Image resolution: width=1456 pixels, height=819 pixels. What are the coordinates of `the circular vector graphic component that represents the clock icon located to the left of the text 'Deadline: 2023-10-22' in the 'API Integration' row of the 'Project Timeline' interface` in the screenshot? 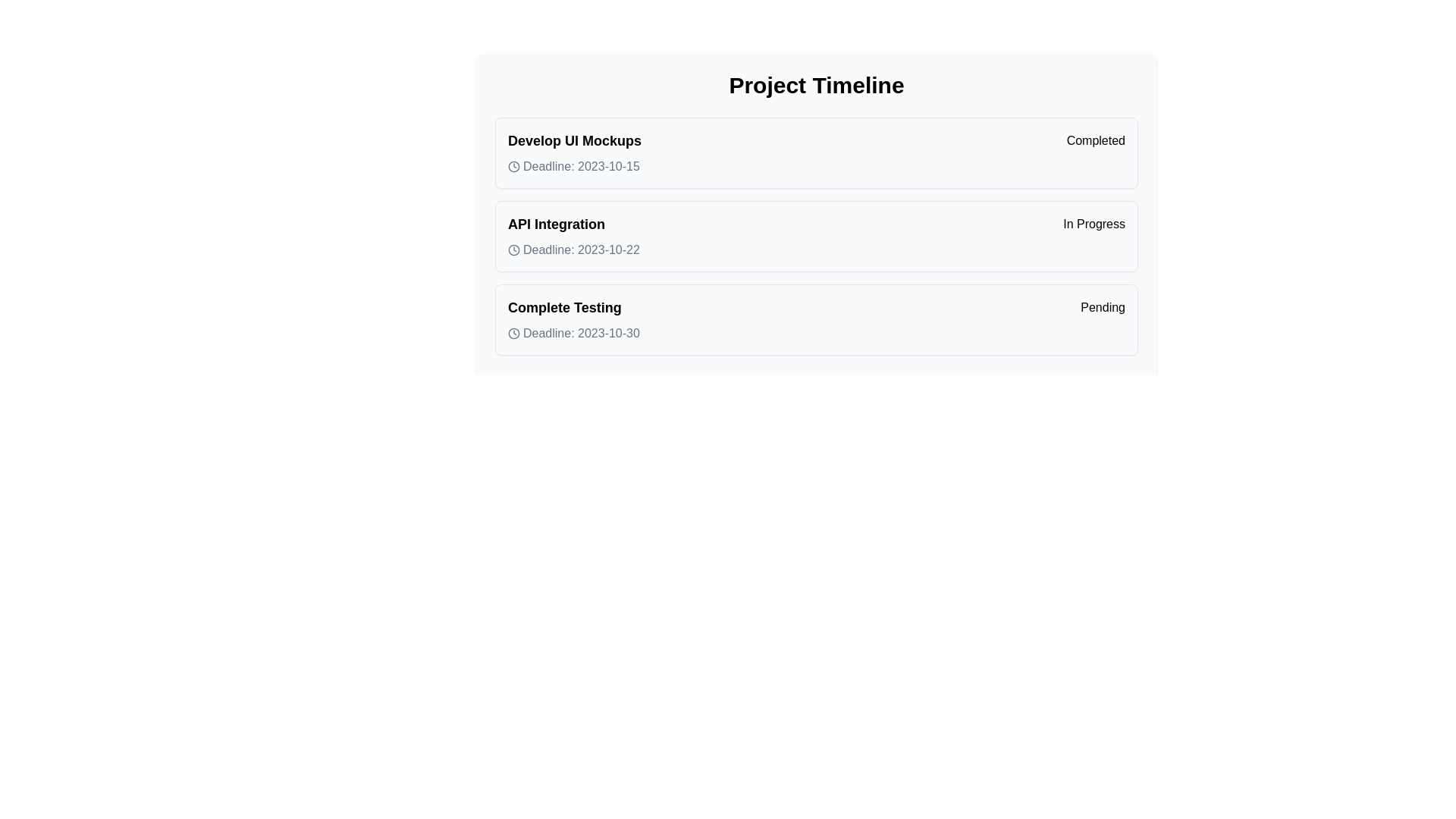 It's located at (513, 249).